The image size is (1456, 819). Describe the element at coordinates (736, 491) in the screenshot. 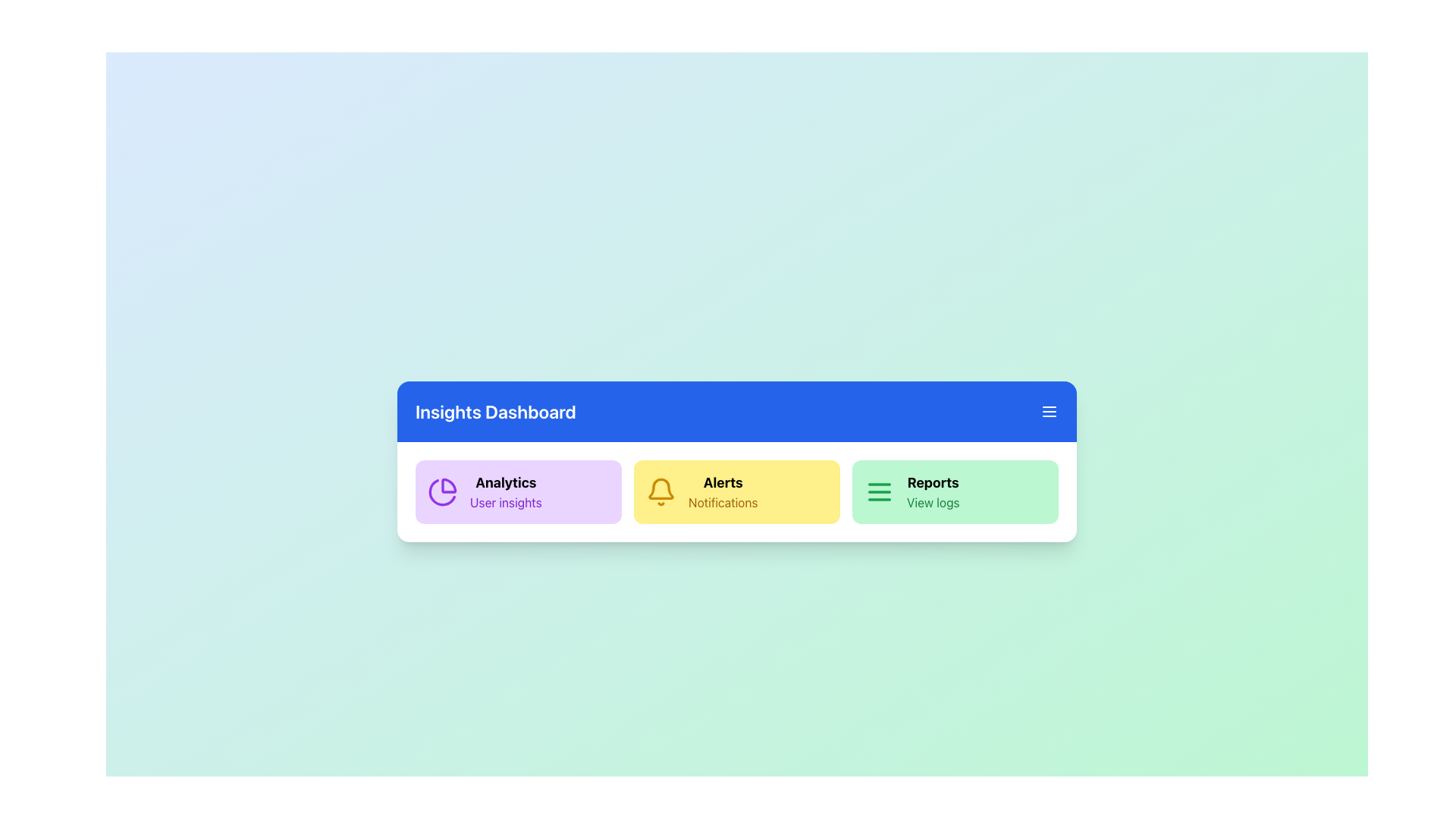

I see `the yellow button labeled 'Alerts' with a bell icon` at that location.